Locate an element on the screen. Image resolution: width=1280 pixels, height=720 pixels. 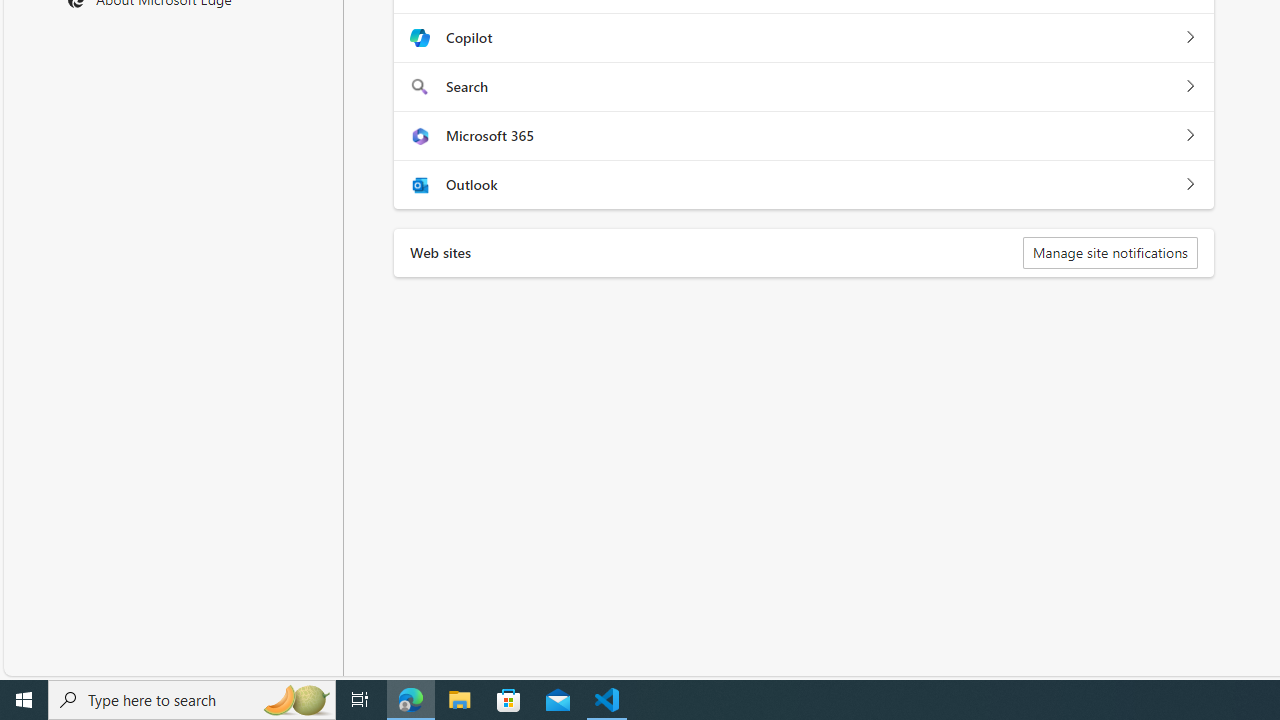
'Manage site notifications' is located at coordinates (1108, 252).